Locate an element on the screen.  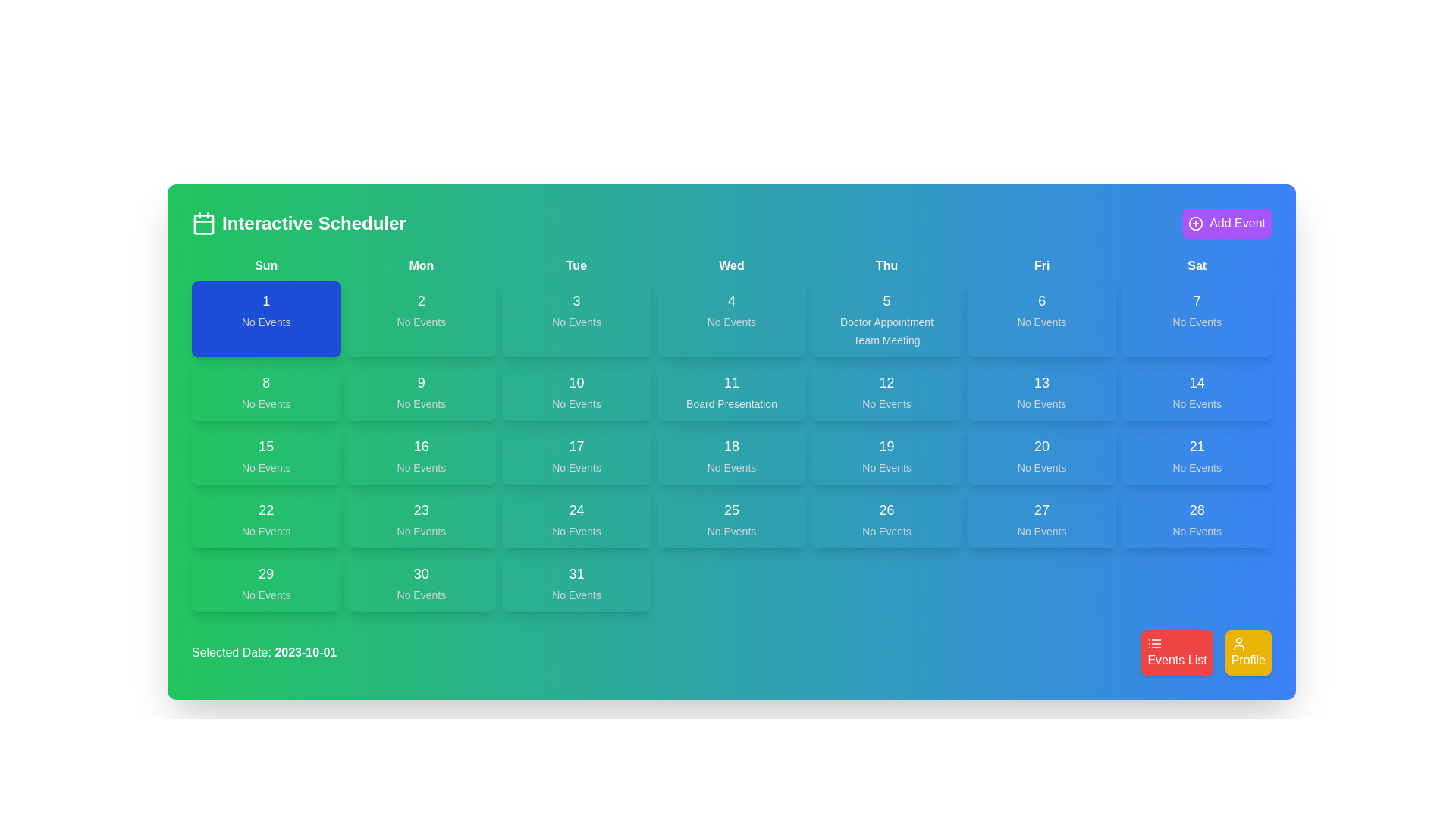
the button located at the bottom-right corner of the interface is located at coordinates (1206, 651).